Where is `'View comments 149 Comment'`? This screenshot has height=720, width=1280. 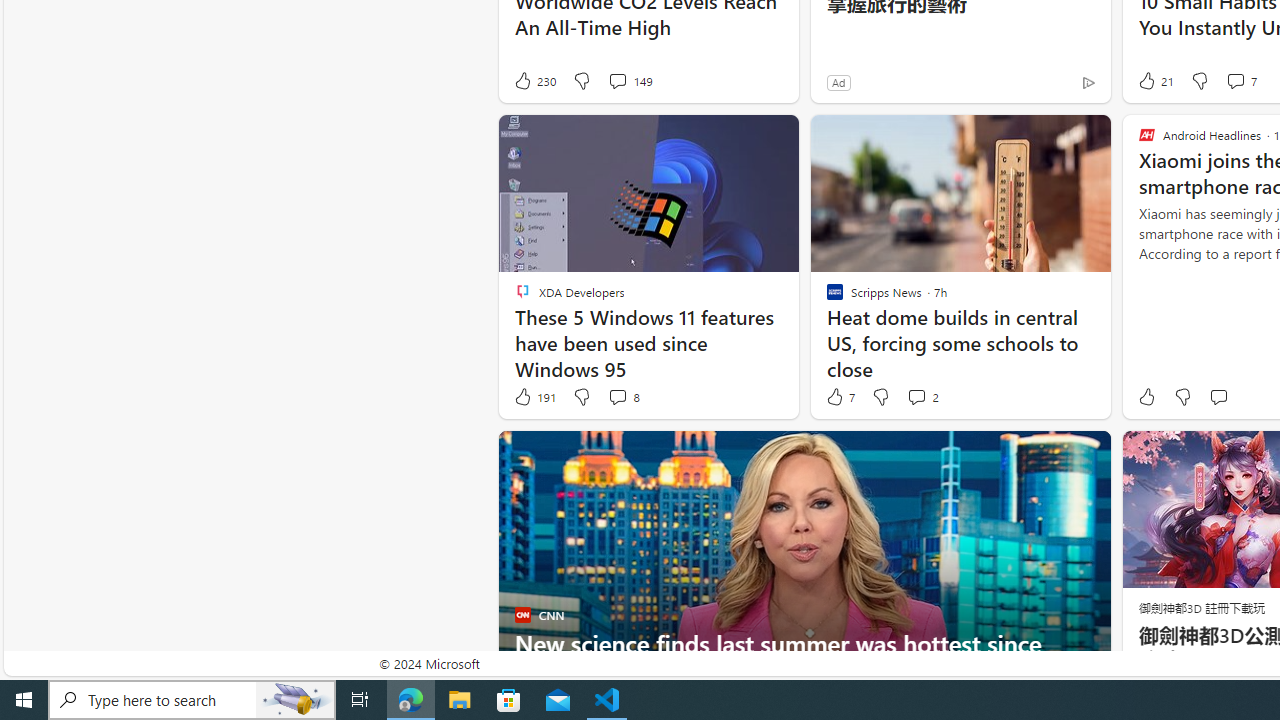 'View comments 149 Comment' is located at coordinates (616, 80).